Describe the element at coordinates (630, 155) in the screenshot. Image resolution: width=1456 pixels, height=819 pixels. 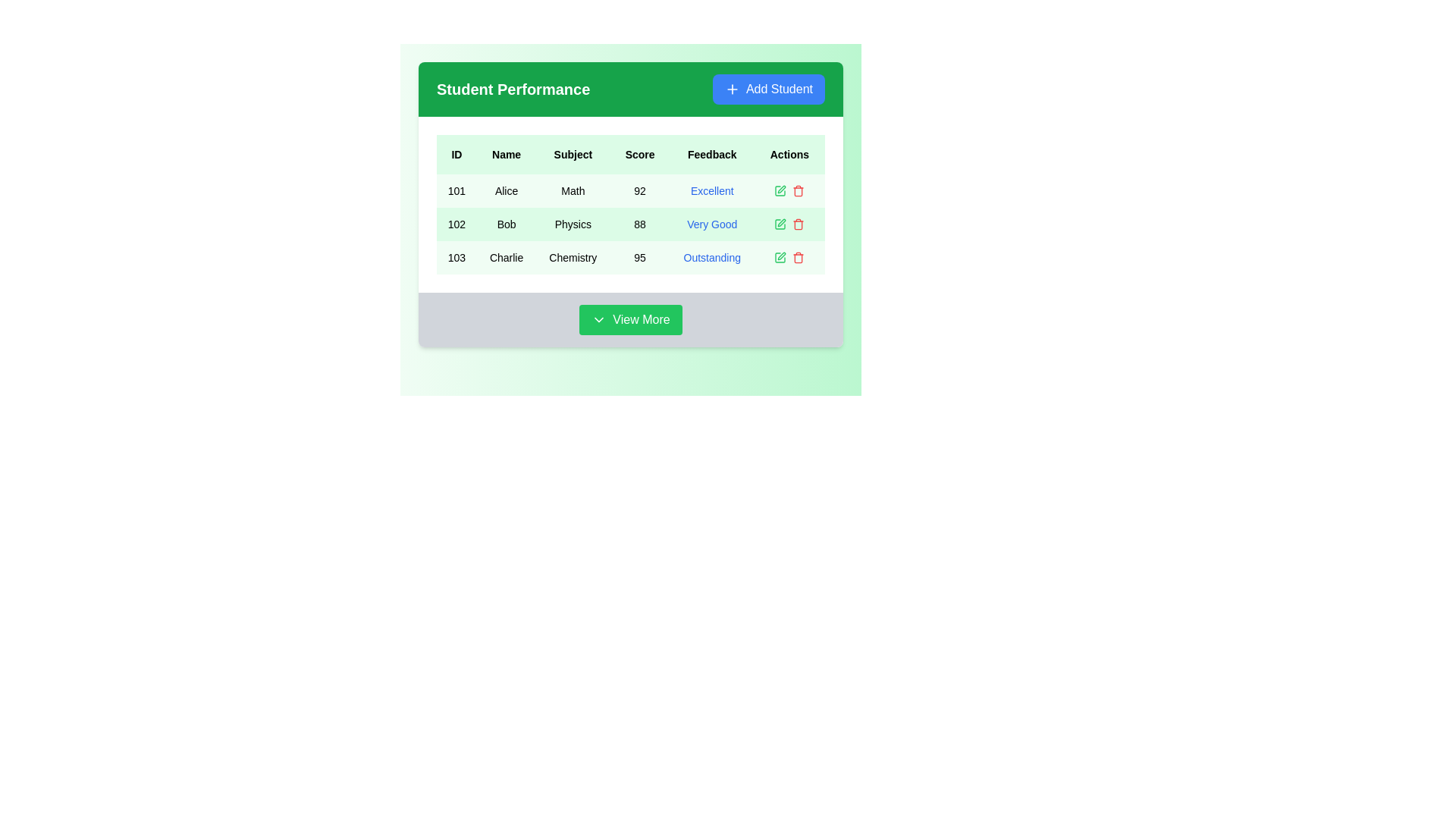
I see `the Table Header which includes the column titles: 'ID', 'Name', 'Subject', 'Score', 'Feedback', and 'Actions'` at that location.